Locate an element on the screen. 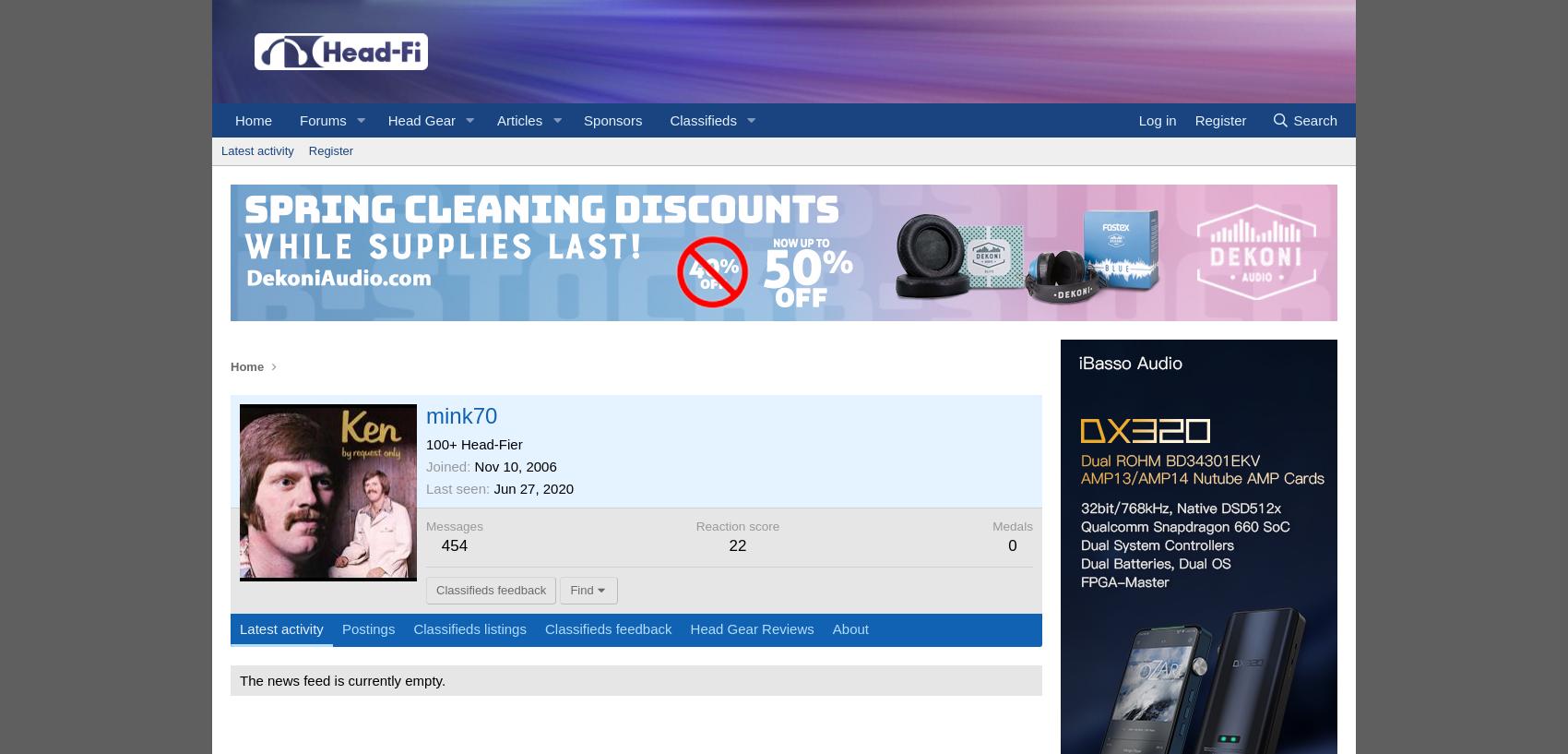 Image resolution: width=1568 pixels, height=754 pixels. 'Articles' is located at coordinates (518, 120).